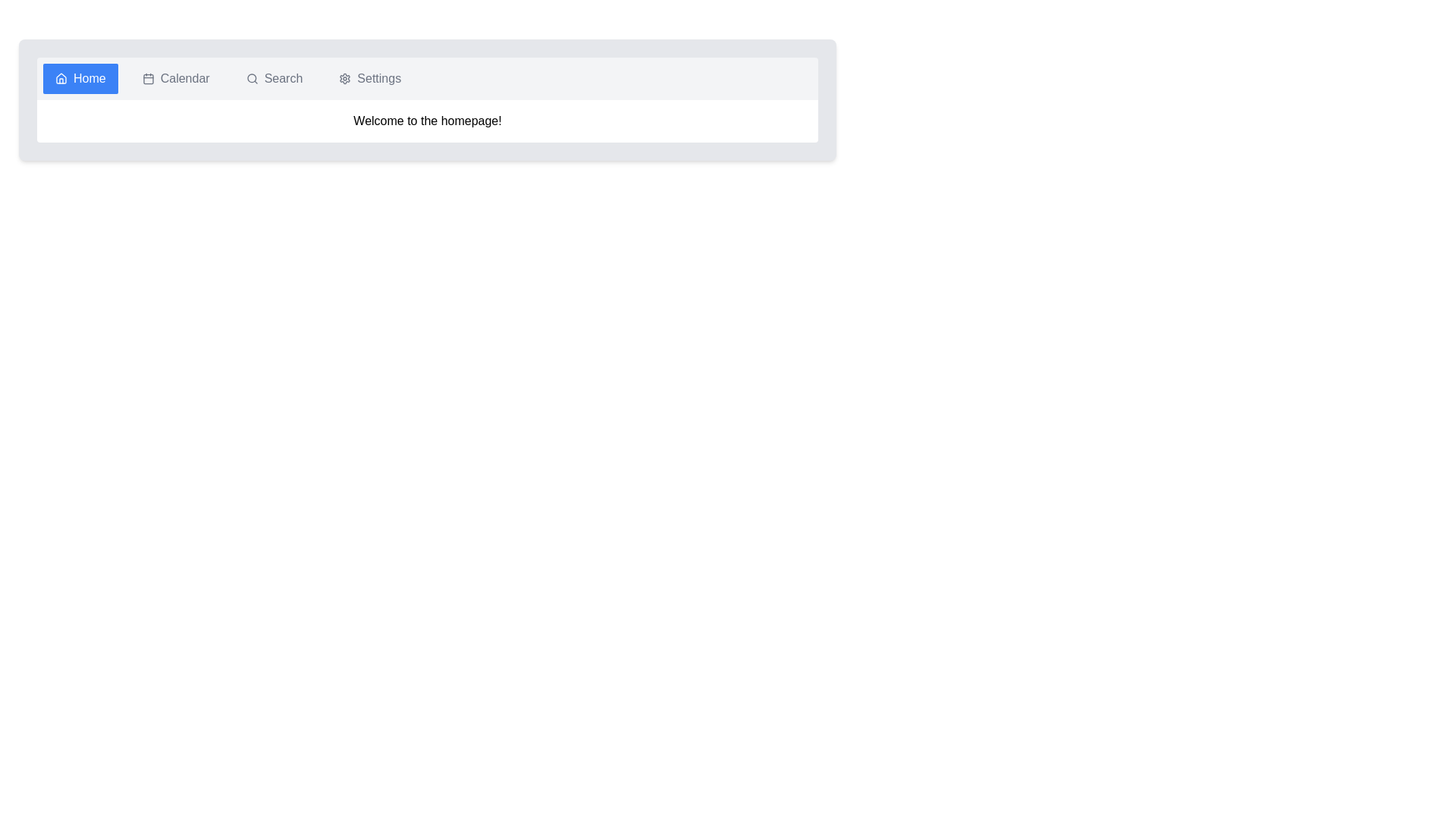 Image resolution: width=1456 pixels, height=819 pixels. What do you see at coordinates (80, 79) in the screenshot?
I see `the 'Home' button, which has a blue background, white text, and a house icon, located at the top of the interface in the navigation bar` at bounding box center [80, 79].